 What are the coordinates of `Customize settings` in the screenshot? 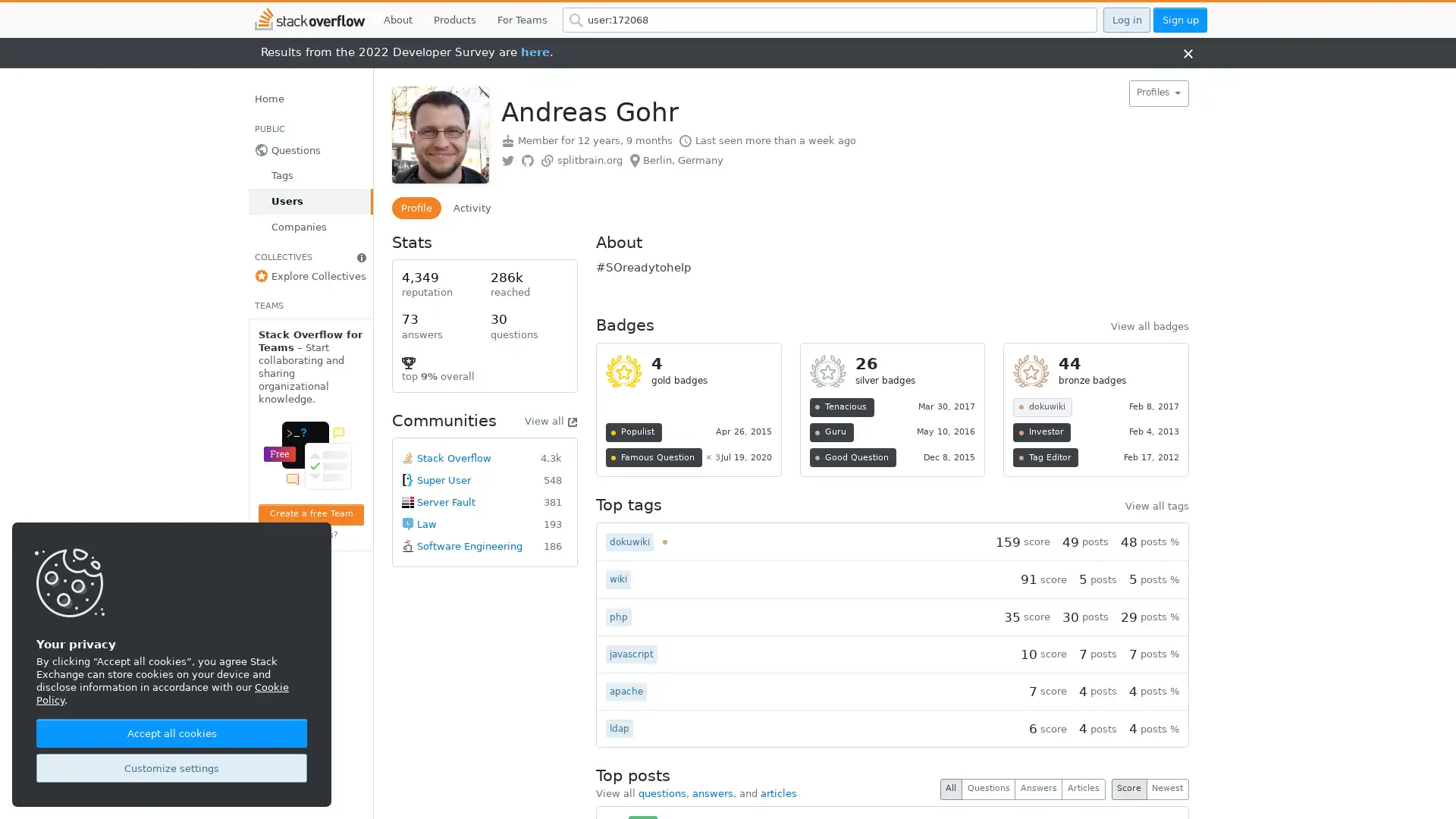 It's located at (171, 768).